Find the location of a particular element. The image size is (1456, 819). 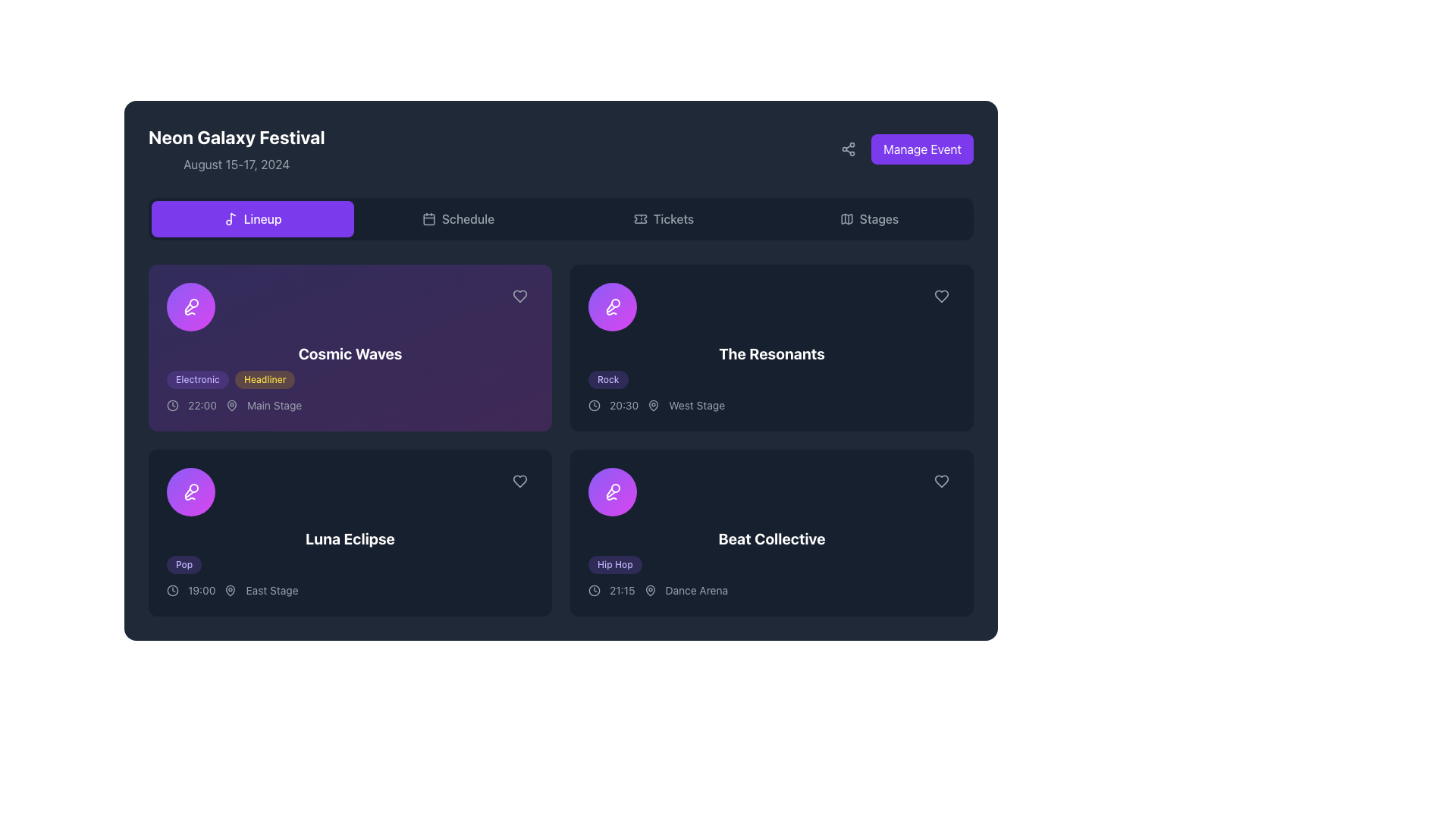

the 'Lineup' text element, which is located in the center of a purple button in the navigation bar at the top of the interface is located at coordinates (262, 219).